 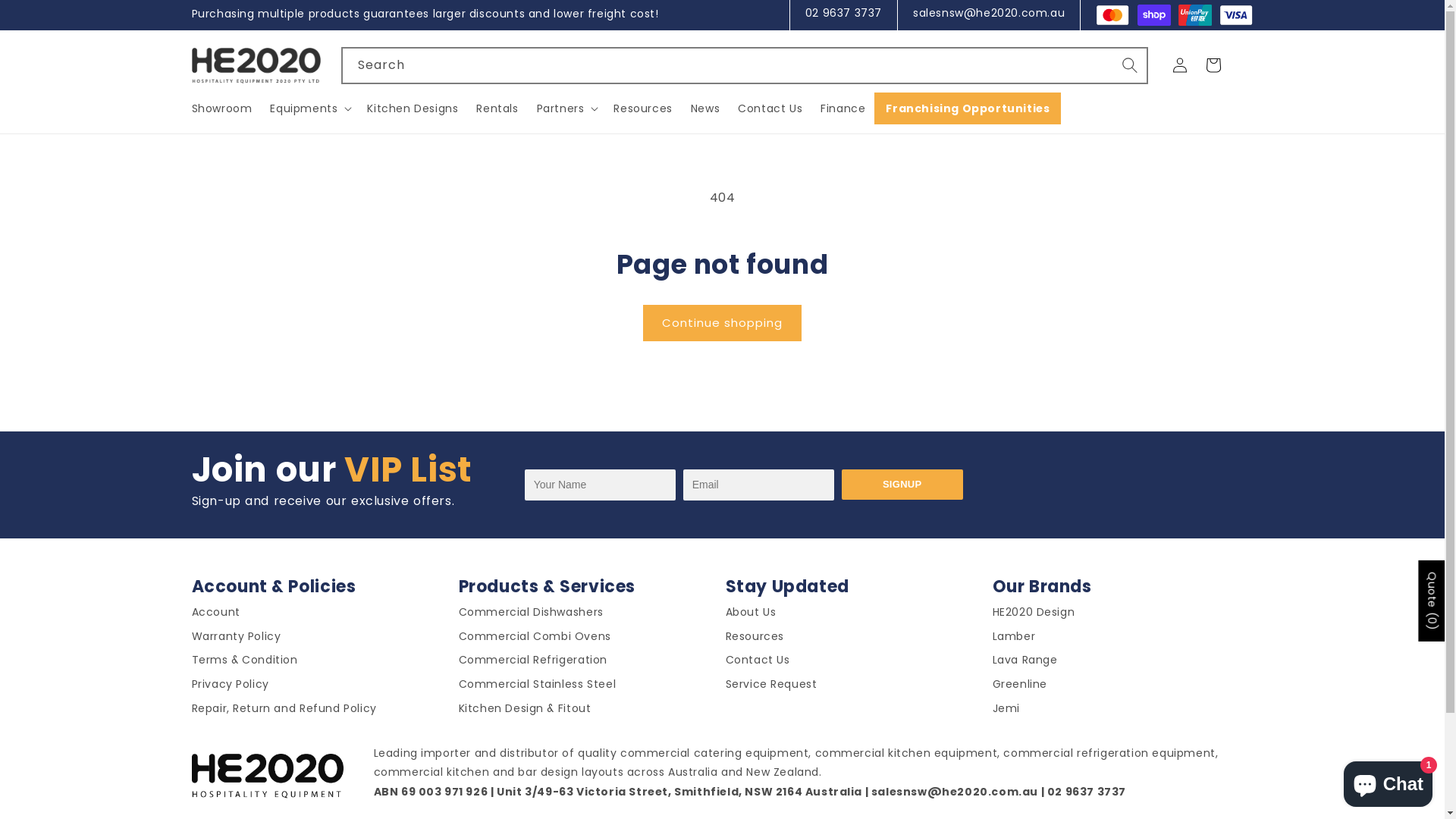 I want to click on 'Kitchen Designs', so click(x=412, y=107).